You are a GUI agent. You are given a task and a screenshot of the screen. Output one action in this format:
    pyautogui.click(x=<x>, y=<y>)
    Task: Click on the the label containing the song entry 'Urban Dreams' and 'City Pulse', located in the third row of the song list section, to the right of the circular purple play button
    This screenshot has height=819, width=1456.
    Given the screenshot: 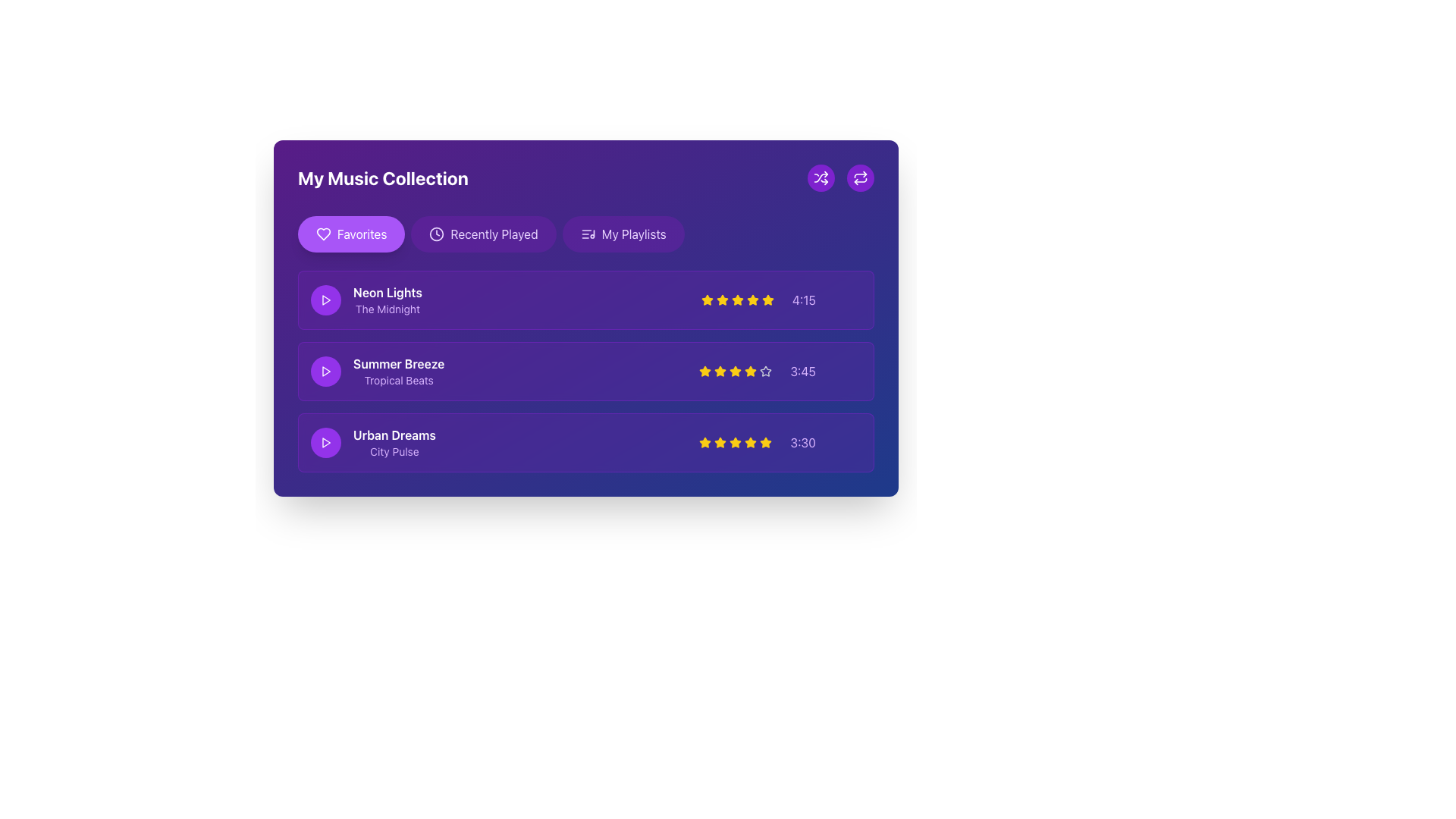 What is the action you would take?
    pyautogui.click(x=373, y=442)
    